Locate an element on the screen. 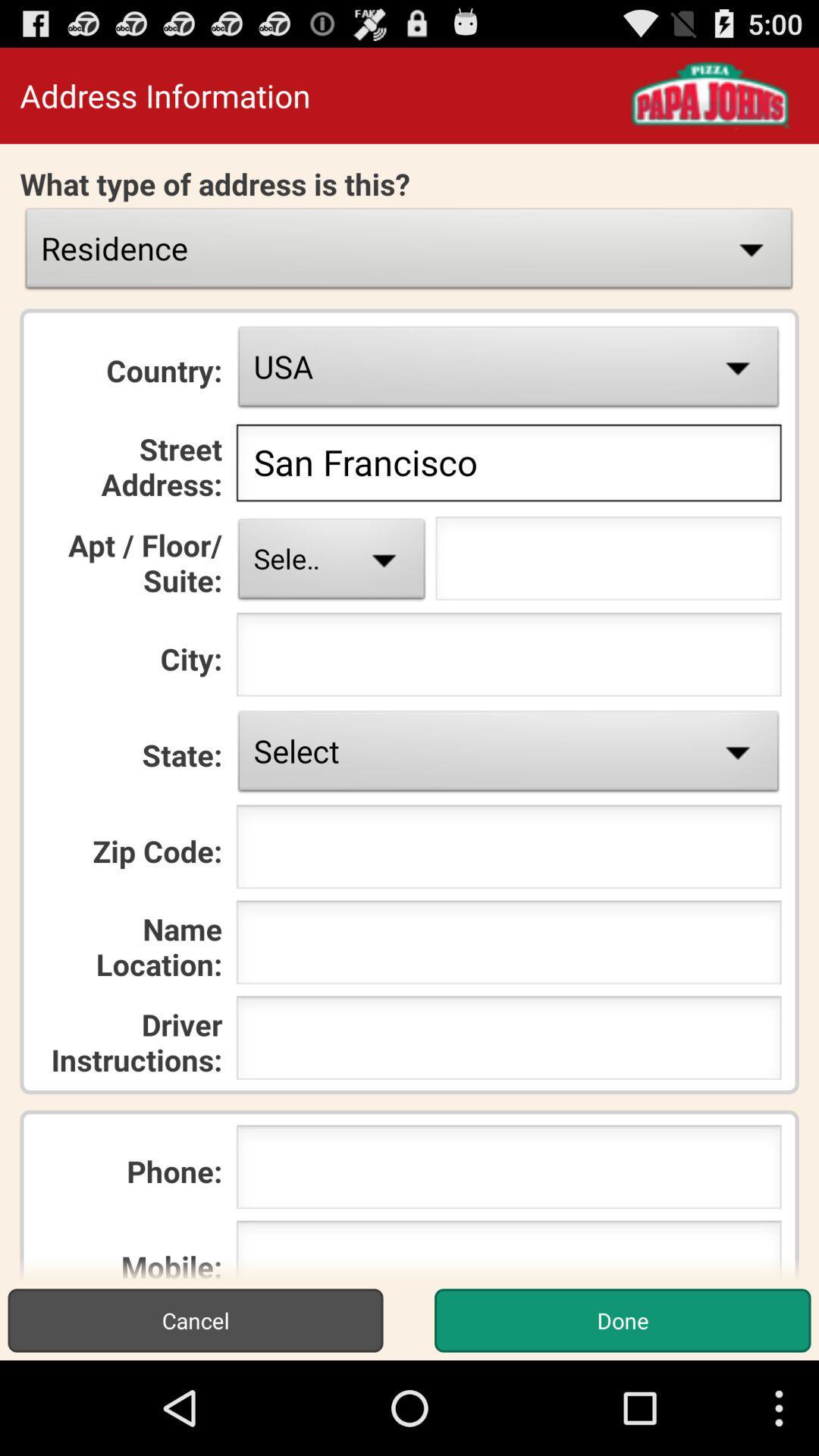  driver instructions is located at coordinates (509, 1041).